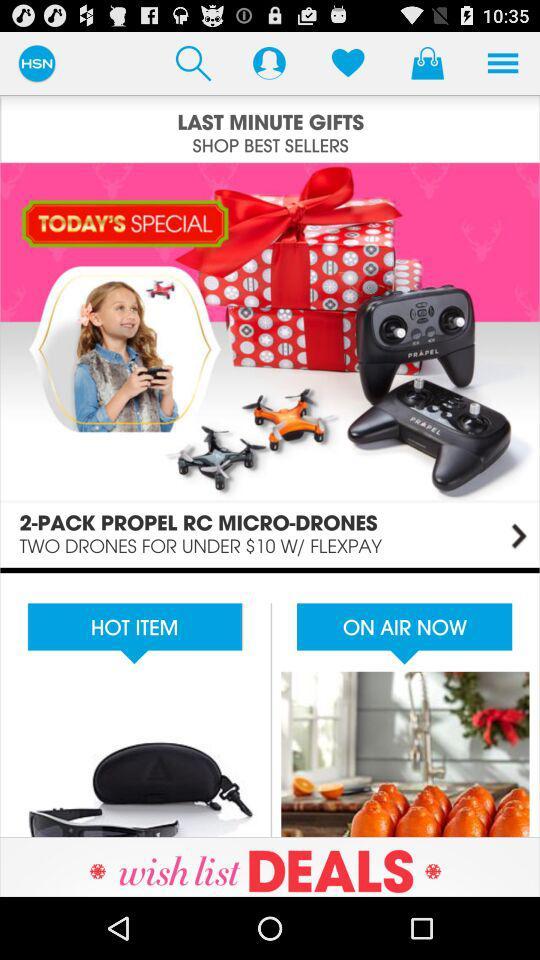 The height and width of the screenshot is (960, 540). Describe the element at coordinates (270, 702) in the screenshot. I see `click on adds` at that location.